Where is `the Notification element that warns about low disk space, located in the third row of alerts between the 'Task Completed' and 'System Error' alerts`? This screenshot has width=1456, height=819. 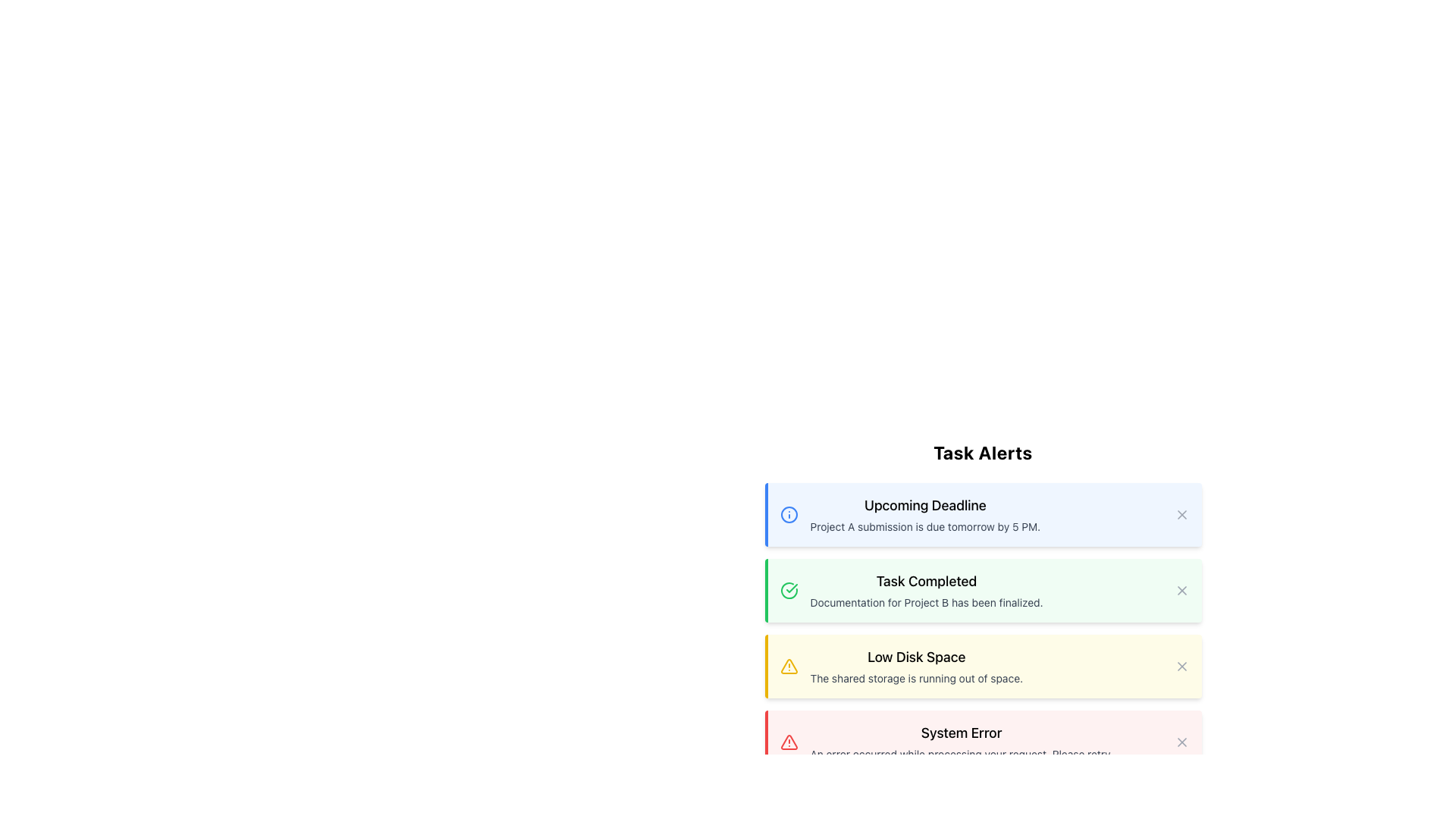
the Notification element that warns about low disk space, located in the third row of alerts between the 'Task Completed' and 'System Error' alerts is located at coordinates (915, 666).